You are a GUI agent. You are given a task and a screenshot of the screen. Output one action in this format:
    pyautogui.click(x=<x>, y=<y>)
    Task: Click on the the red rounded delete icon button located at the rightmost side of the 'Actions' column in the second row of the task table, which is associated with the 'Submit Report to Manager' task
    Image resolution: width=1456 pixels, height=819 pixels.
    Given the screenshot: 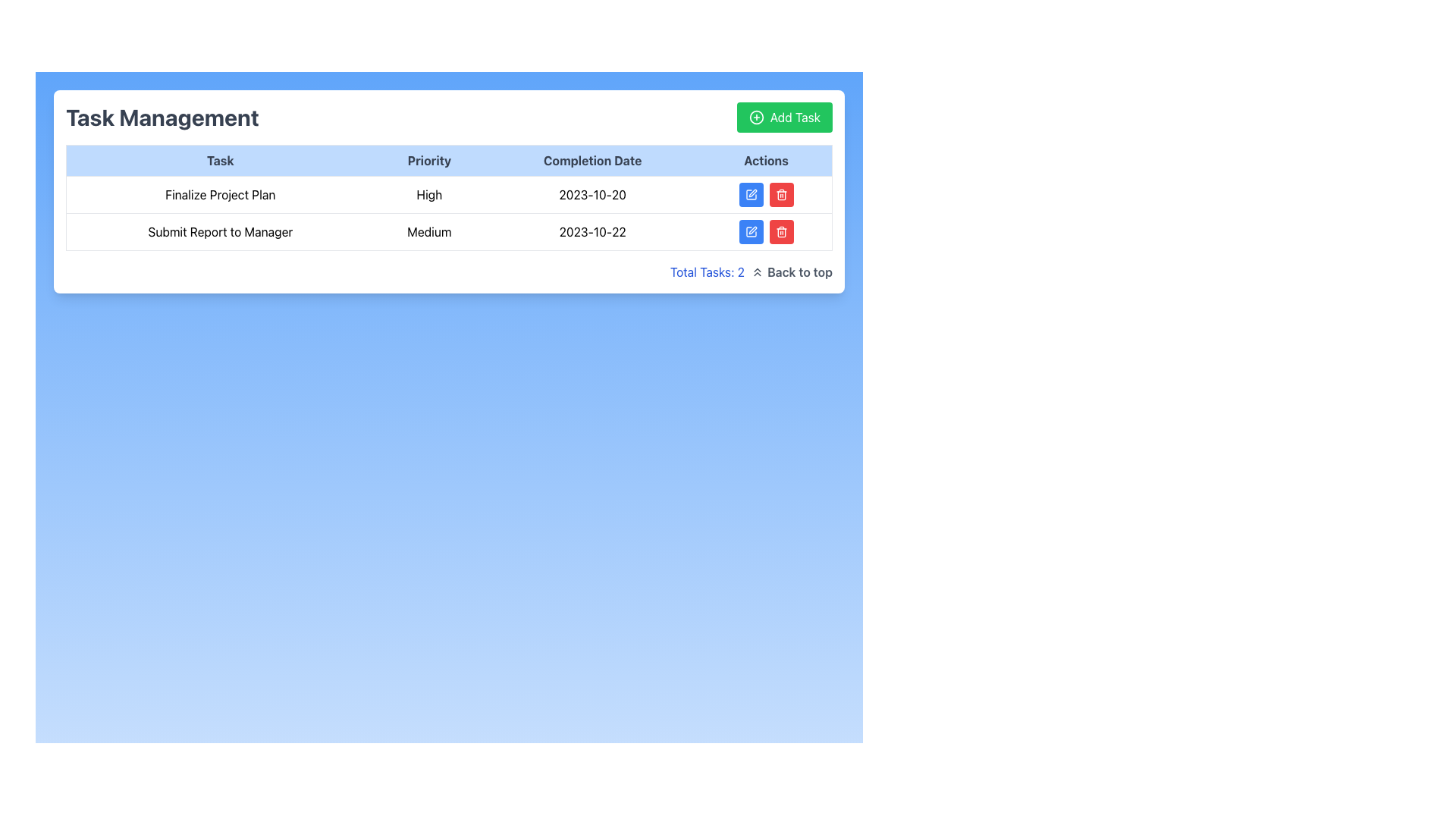 What is the action you would take?
    pyautogui.click(x=781, y=231)
    